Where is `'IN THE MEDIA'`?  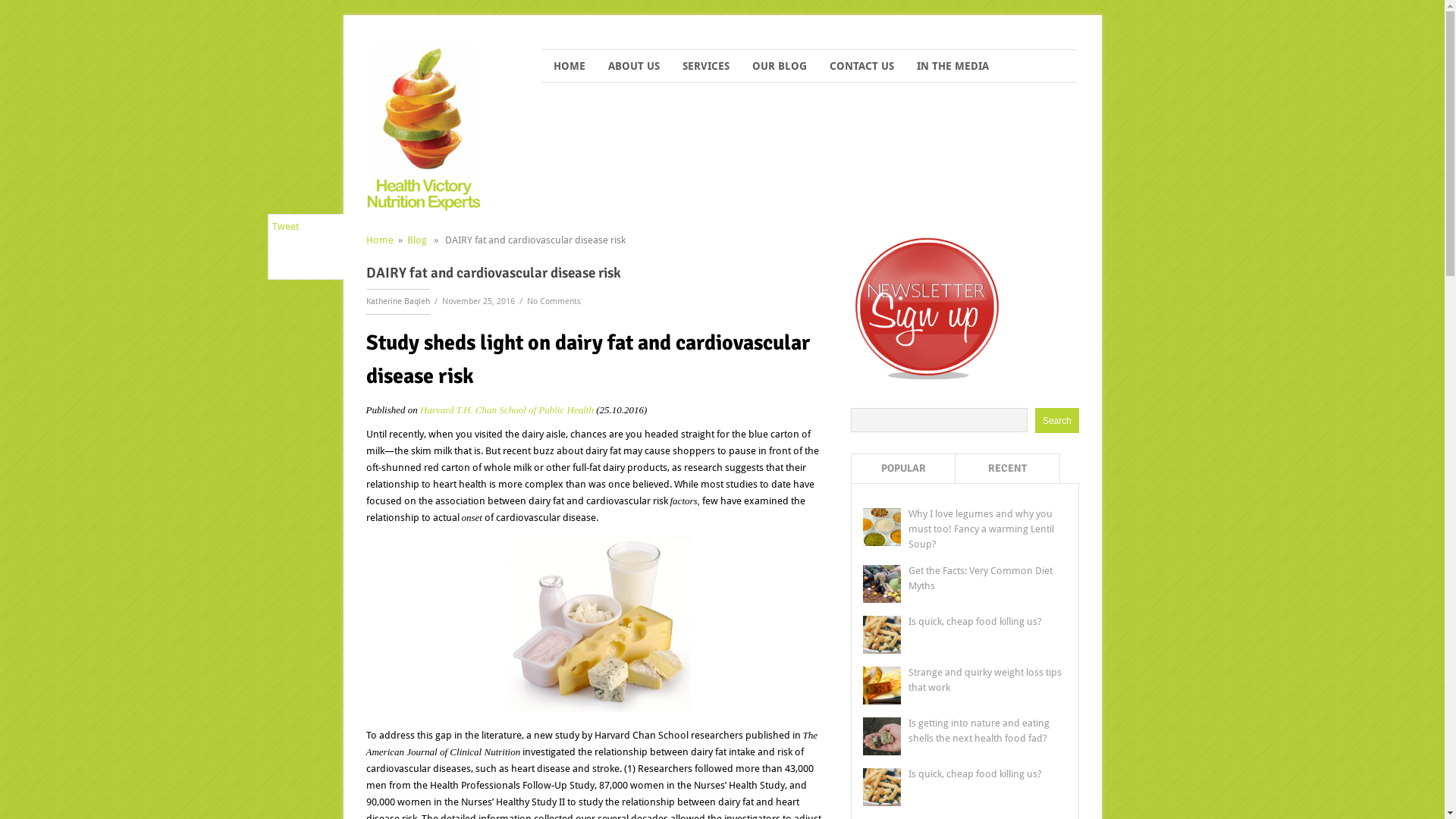 'IN THE MEDIA' is located at coordinates (952, 65).